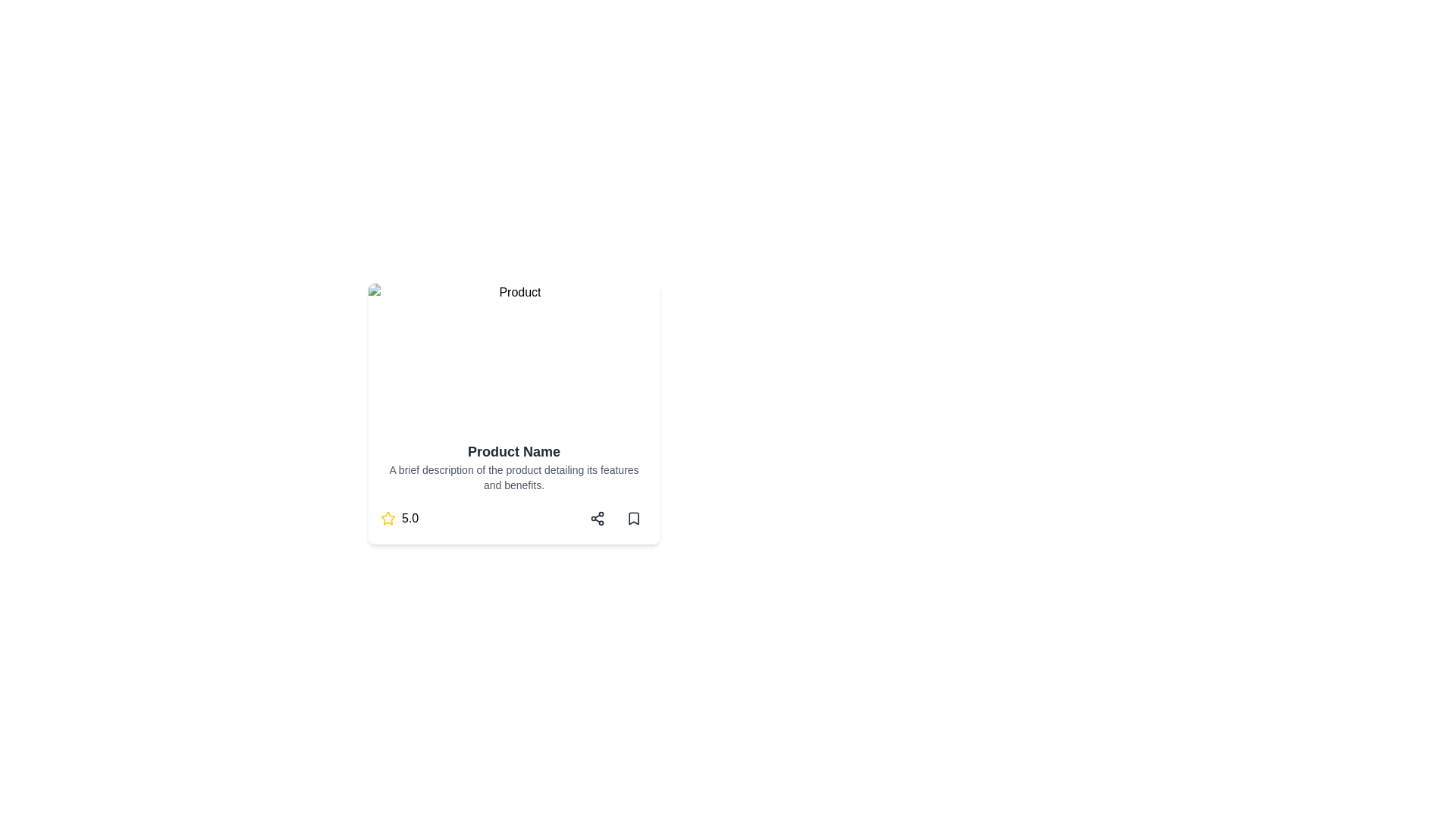  What do you see at coordinates (513, 486) in the screenshot?
I see `product information provided in the Textual Description Box located at the bottom of the card layout, below the image section` at bounding box center [513, 486].